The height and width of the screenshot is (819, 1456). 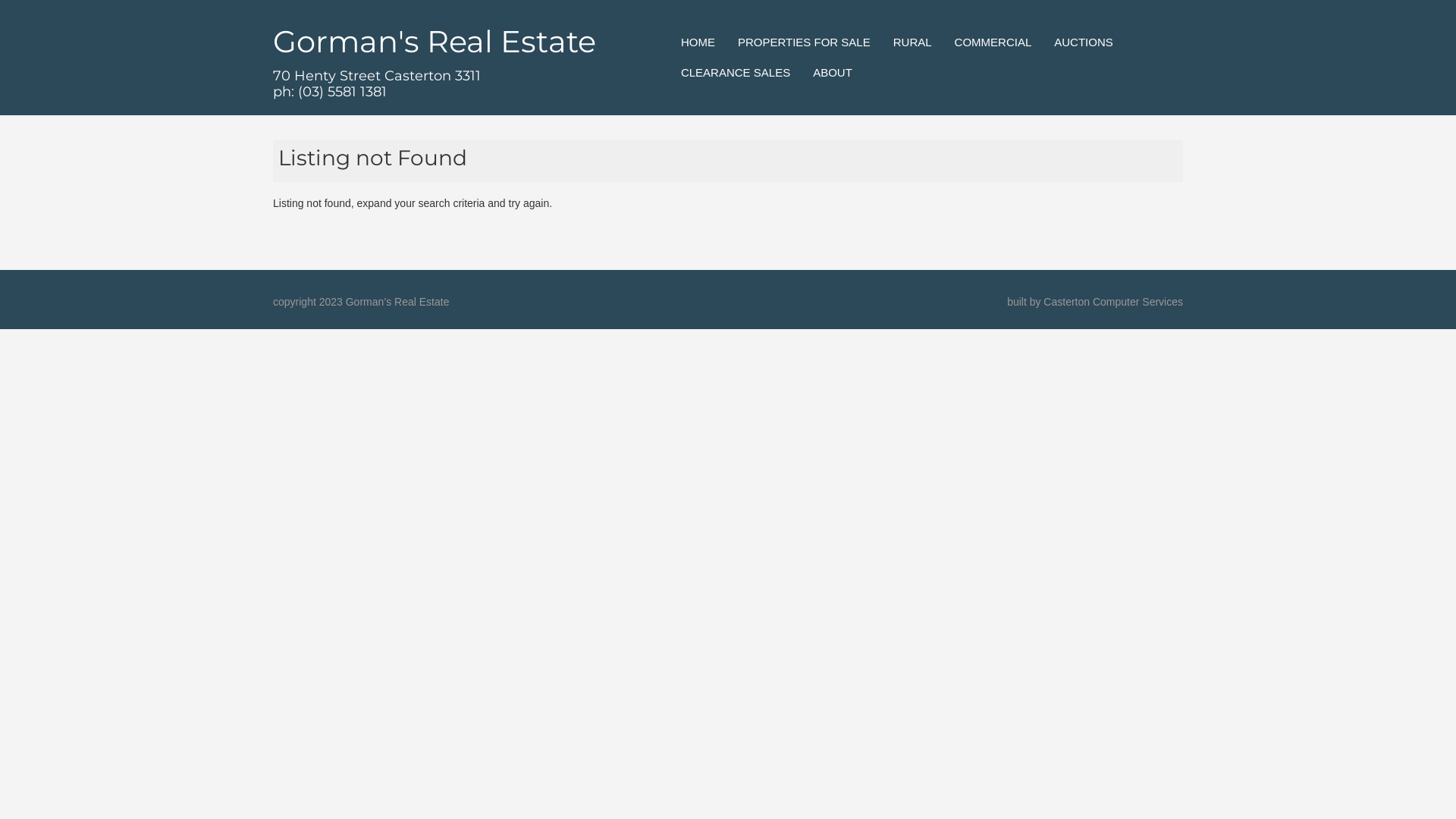 What do you see at coordinates (803, 42) in the screenshot?
I see `'PROPERTIES FOR SALE'` at bounding box center [803, 42].